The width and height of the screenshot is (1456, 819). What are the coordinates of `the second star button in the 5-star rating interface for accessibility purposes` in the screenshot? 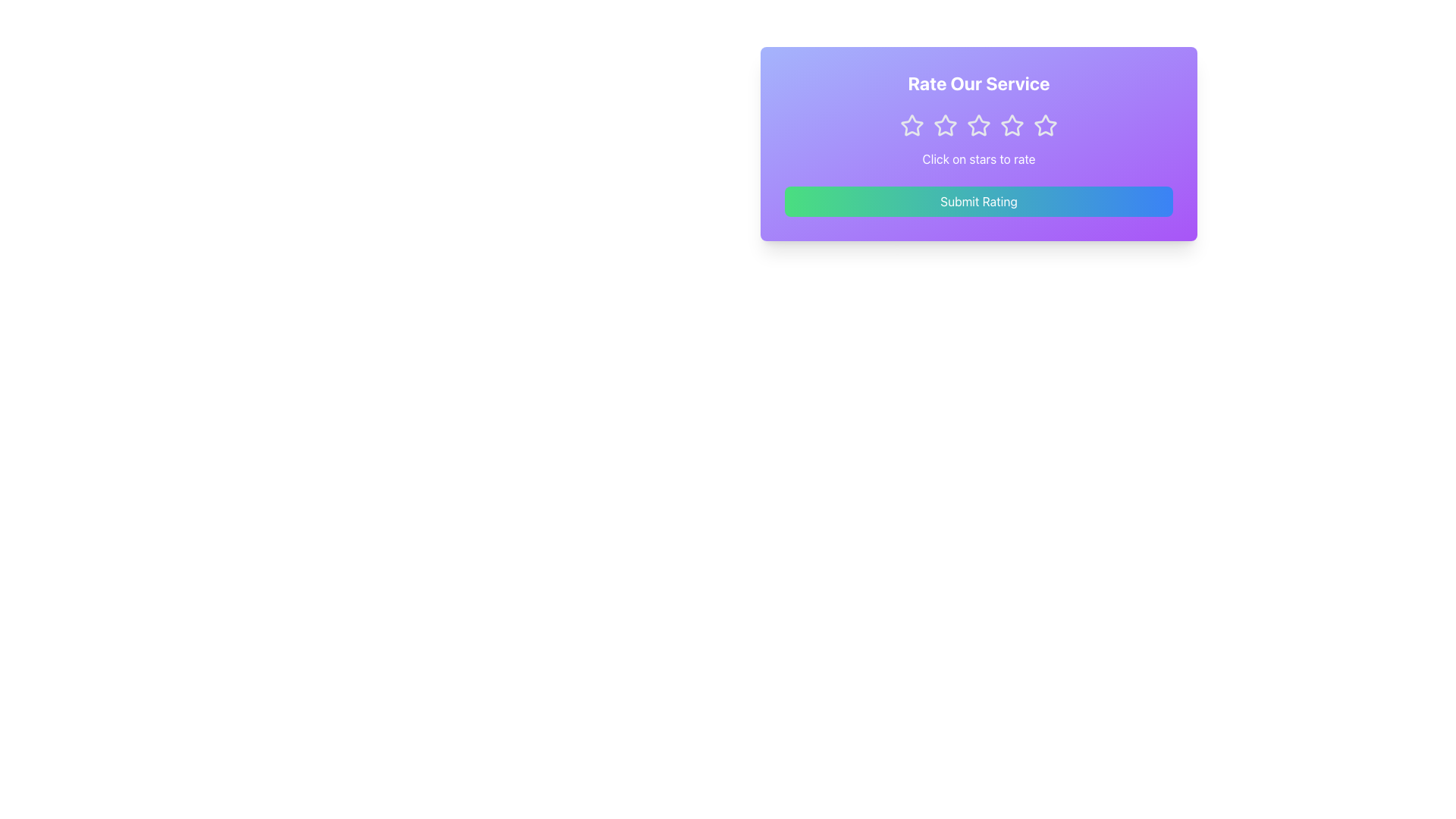 It's located at (945, 124).